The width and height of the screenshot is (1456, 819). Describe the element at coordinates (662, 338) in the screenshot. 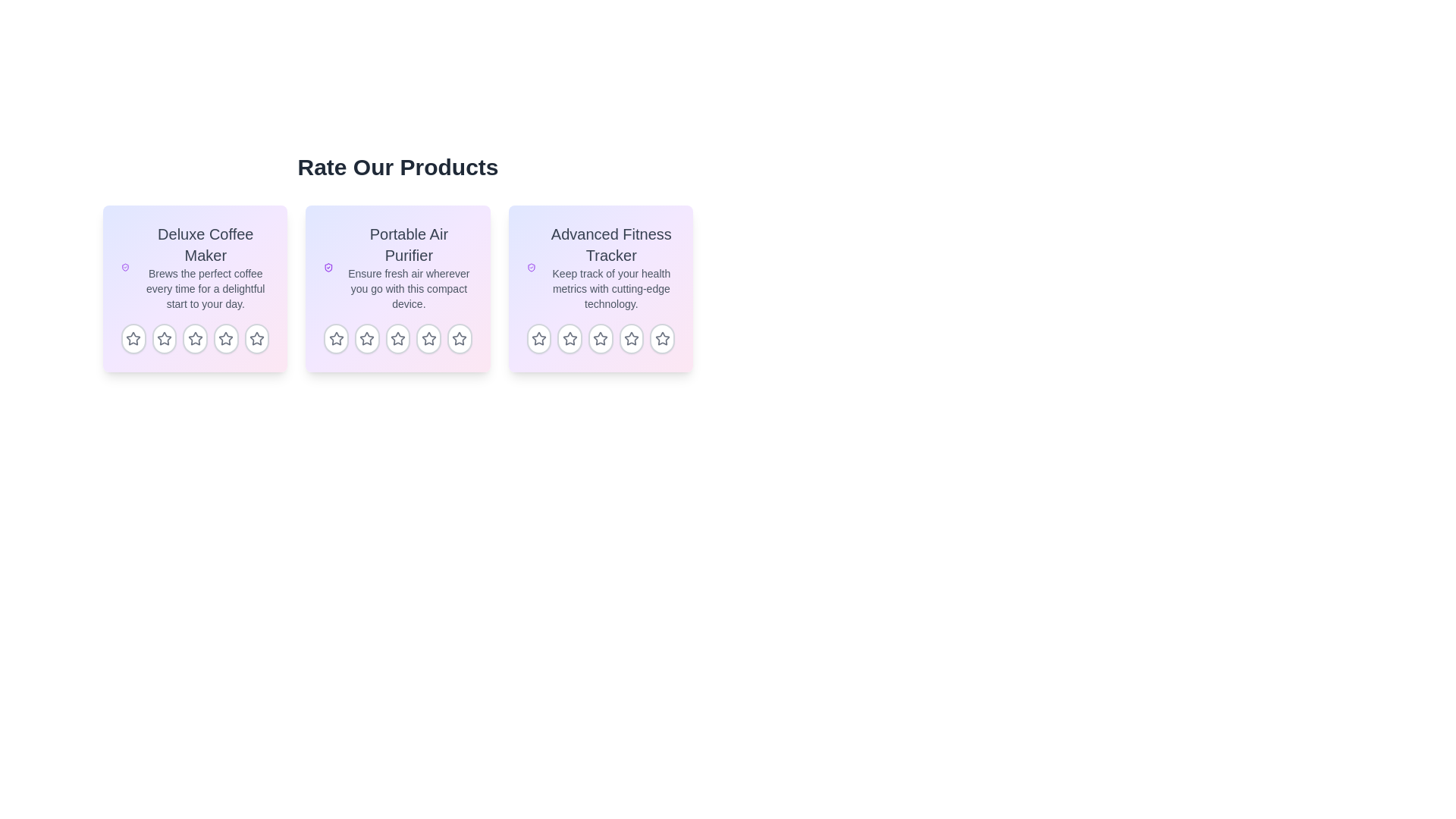

I see `the fifth star button in the star-based rating system` at that location.